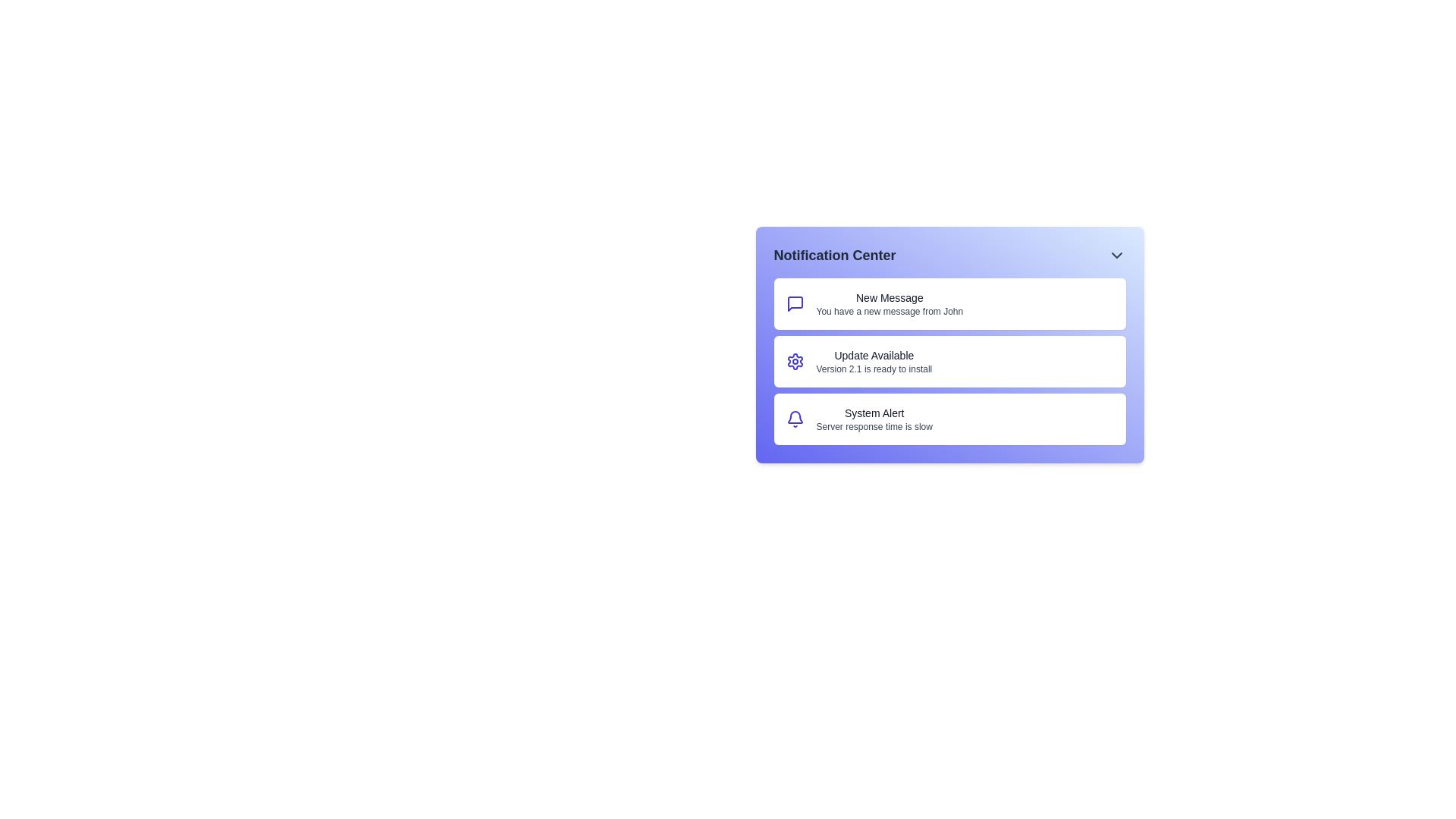 Image resolution: width=1456 pixels, height=819 pixels. I want to click on the chevron button to toggle the notification center, so click(1116, 254).